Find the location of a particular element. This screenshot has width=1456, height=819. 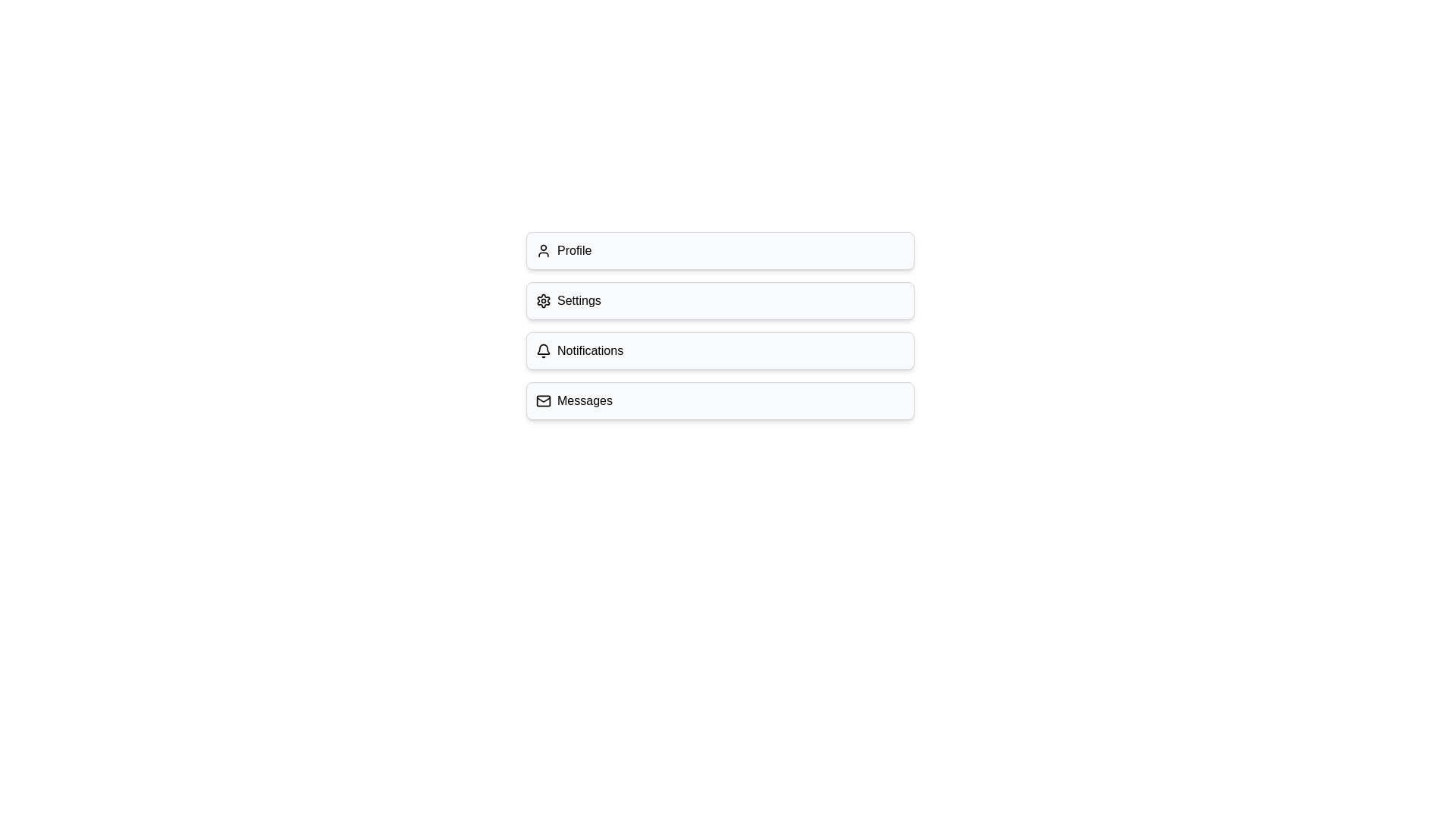

the Notifications option to observe its visual feedback is located at coordinates (720, 350).